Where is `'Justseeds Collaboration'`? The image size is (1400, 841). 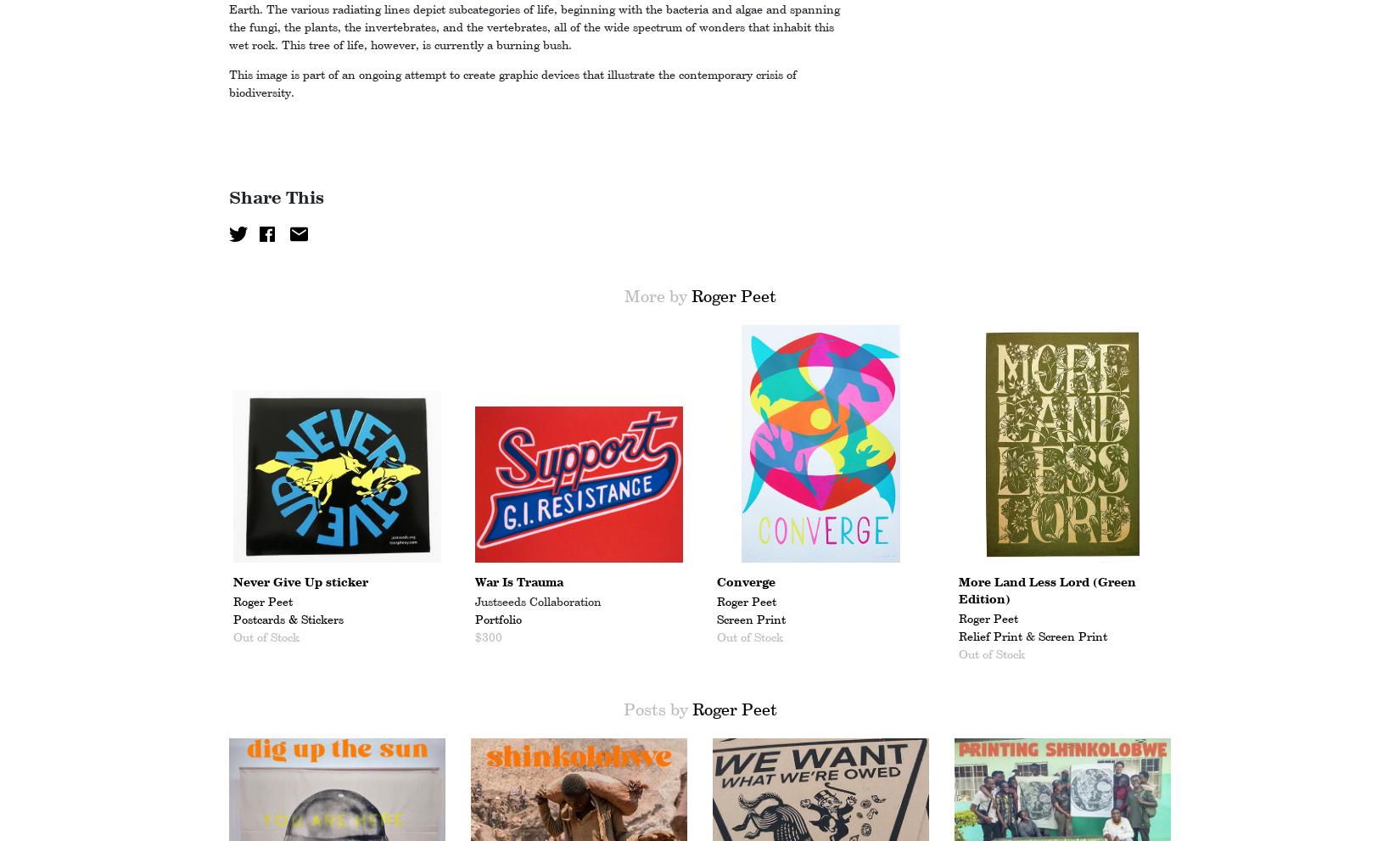 'Justseeds Collaboration' is located at coordinates (537, 602).